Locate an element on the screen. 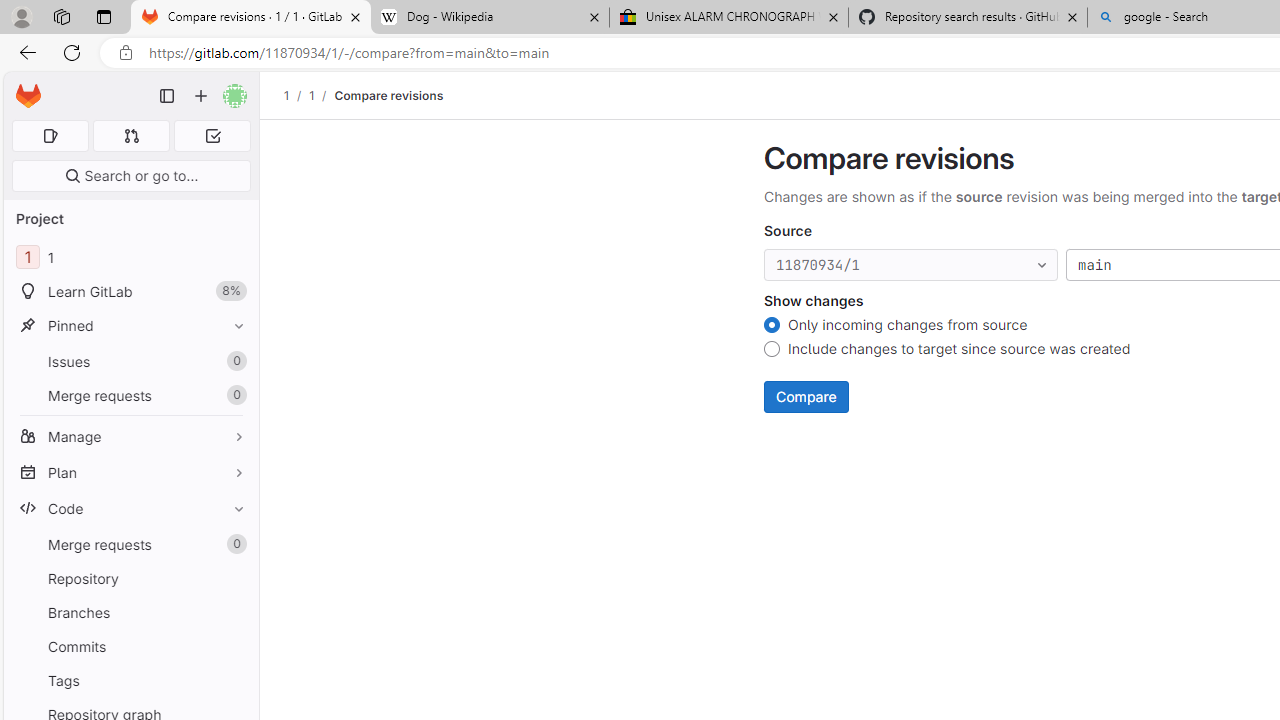 The width and height of the screenshot is (1280, 720). 'Issues0' is located at coordinates (130, 361).